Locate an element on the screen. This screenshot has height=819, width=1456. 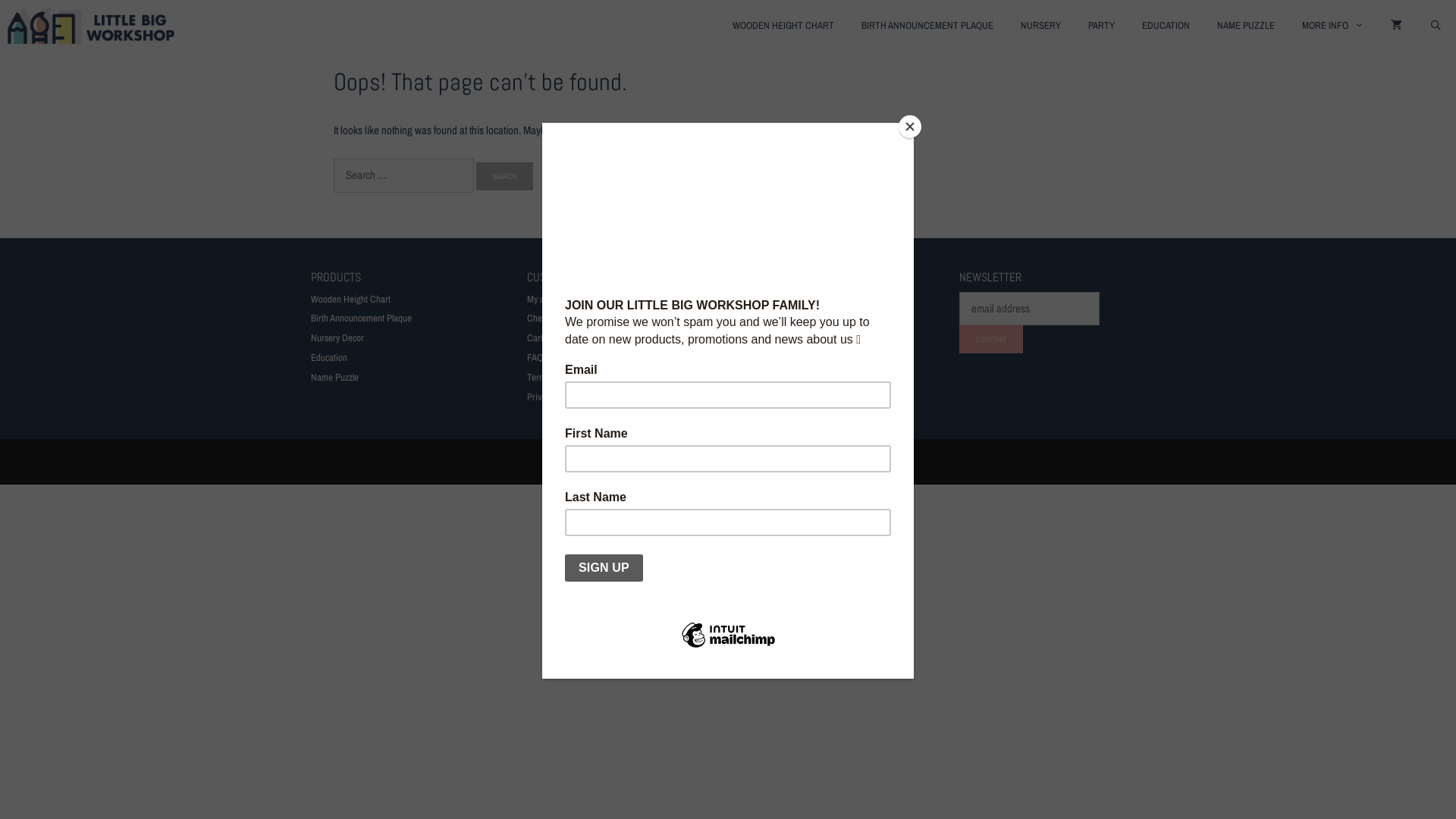
'Subscribe' is located at coordinates (990, 338).